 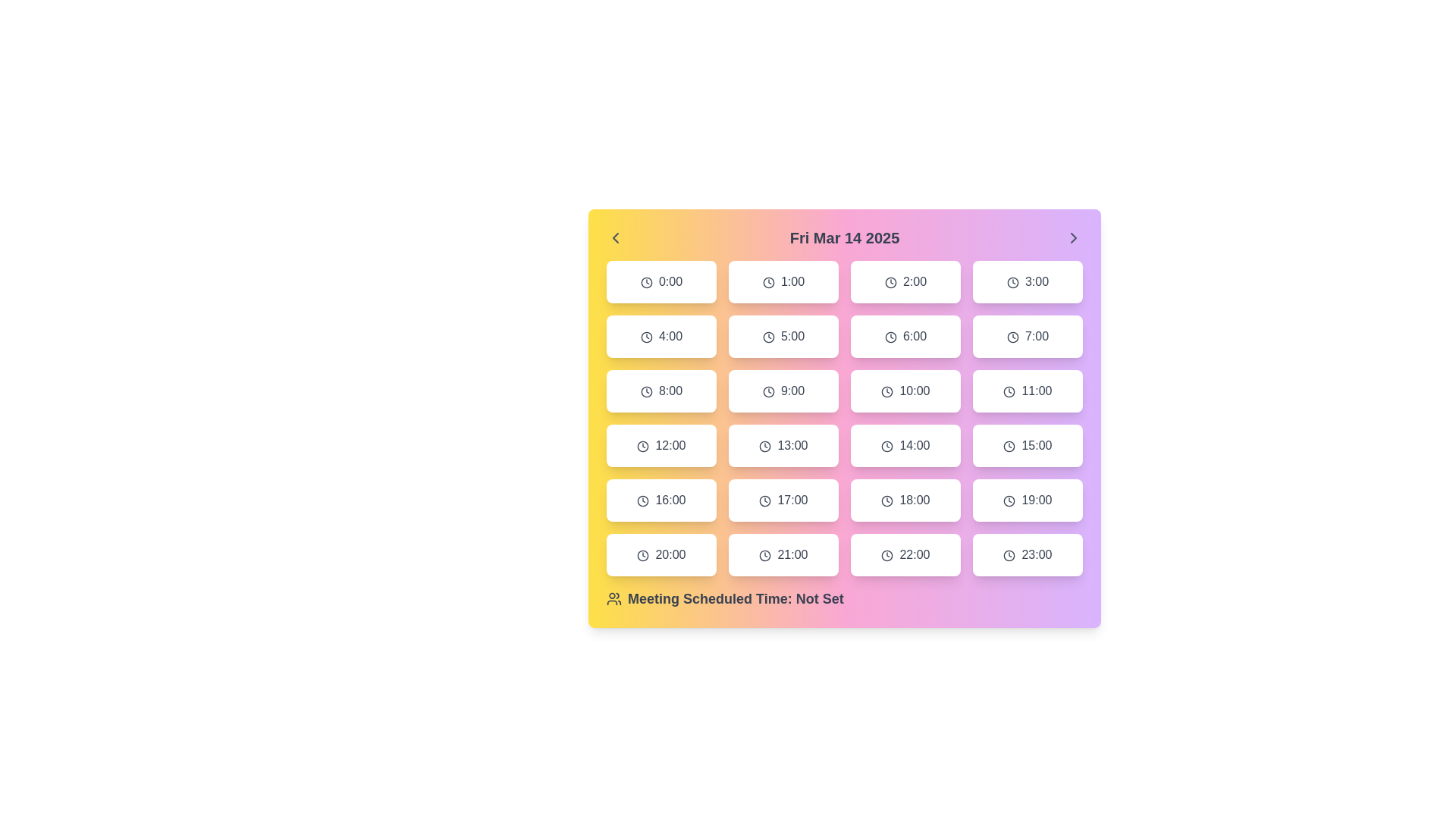 What do you see at coordinates (661, 281) in the screenshot?
I see `the selectable time slot button labeled as '0:00' located in the first column of the first row of the grid structure` at bounding box center [661, 281].